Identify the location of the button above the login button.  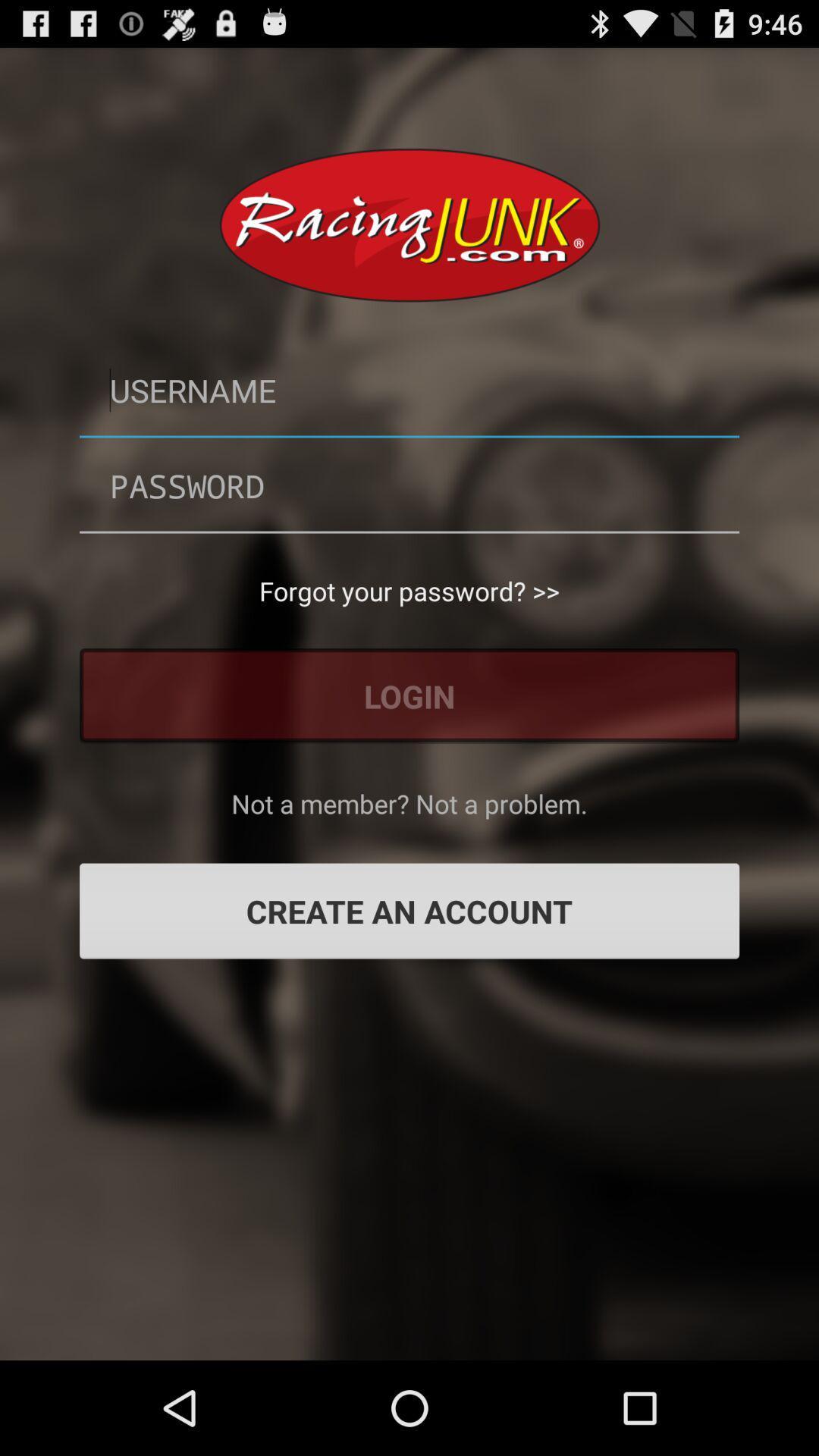
(409, 590).